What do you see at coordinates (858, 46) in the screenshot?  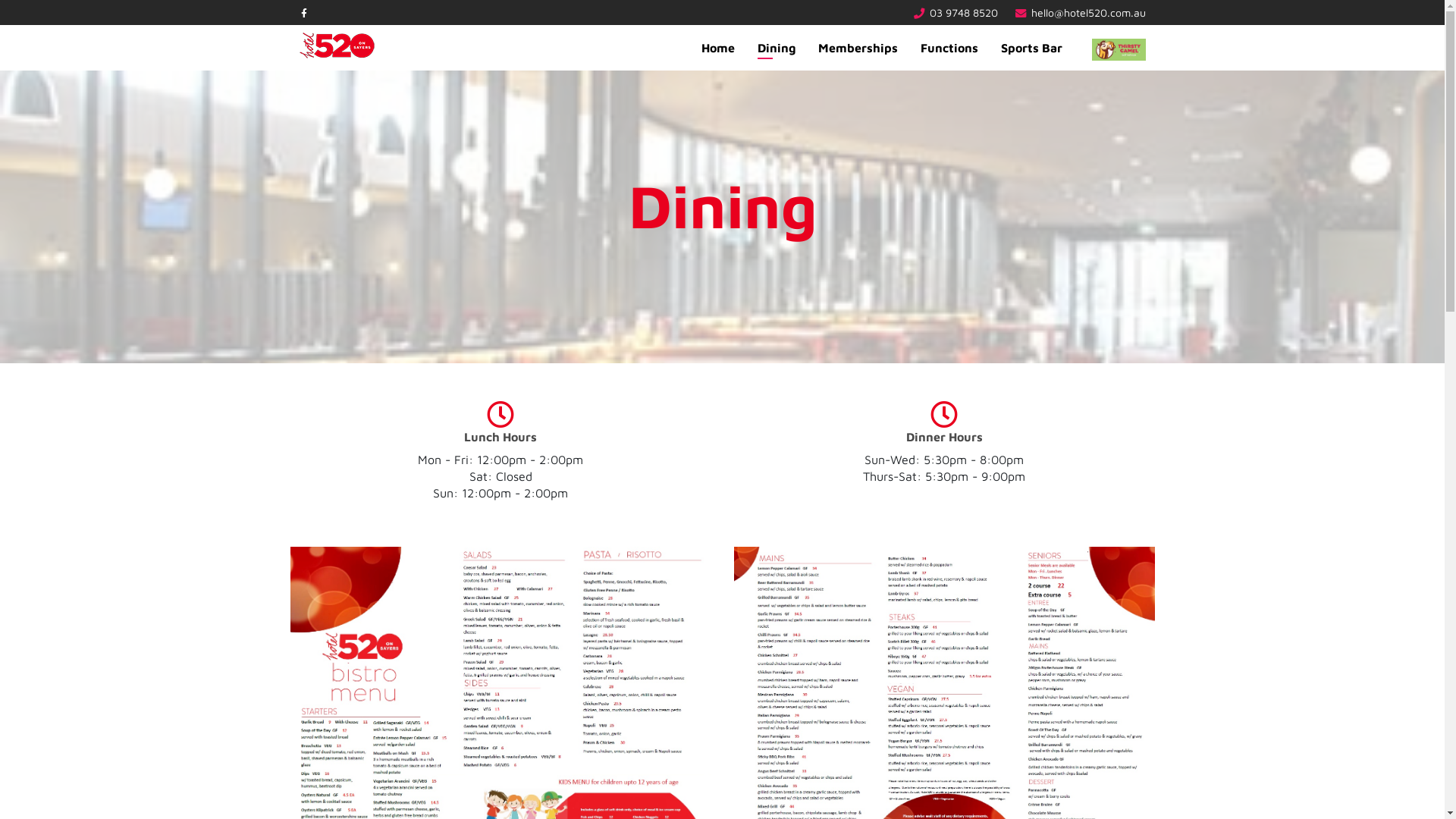 I see `'Memberships'` at bounding box center [858, 46].